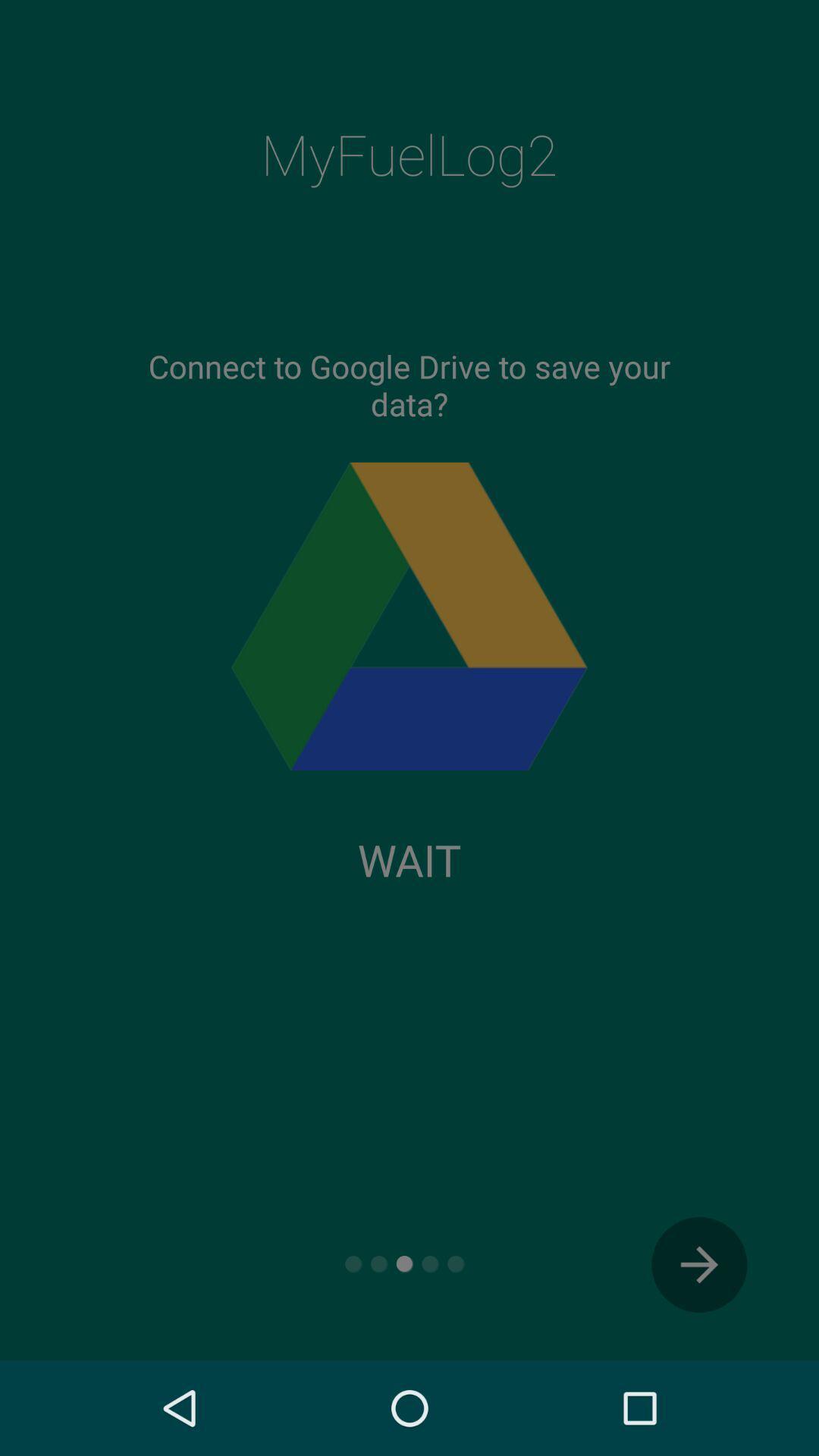 The image size is (819, 1456). I want to click on the icon at the bottom right corner, so click(699, 1265).